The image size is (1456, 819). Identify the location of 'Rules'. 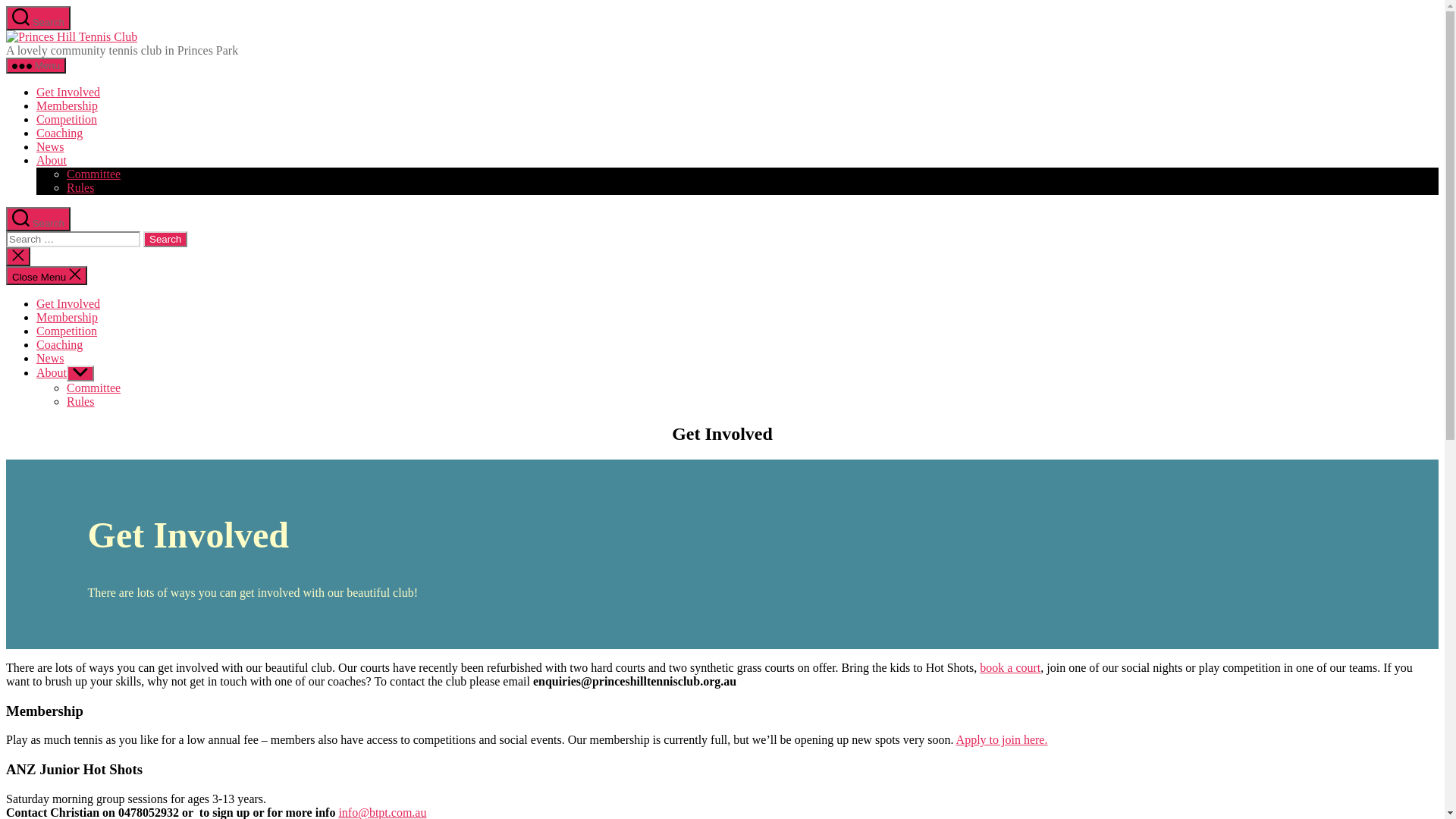
(79, 400).